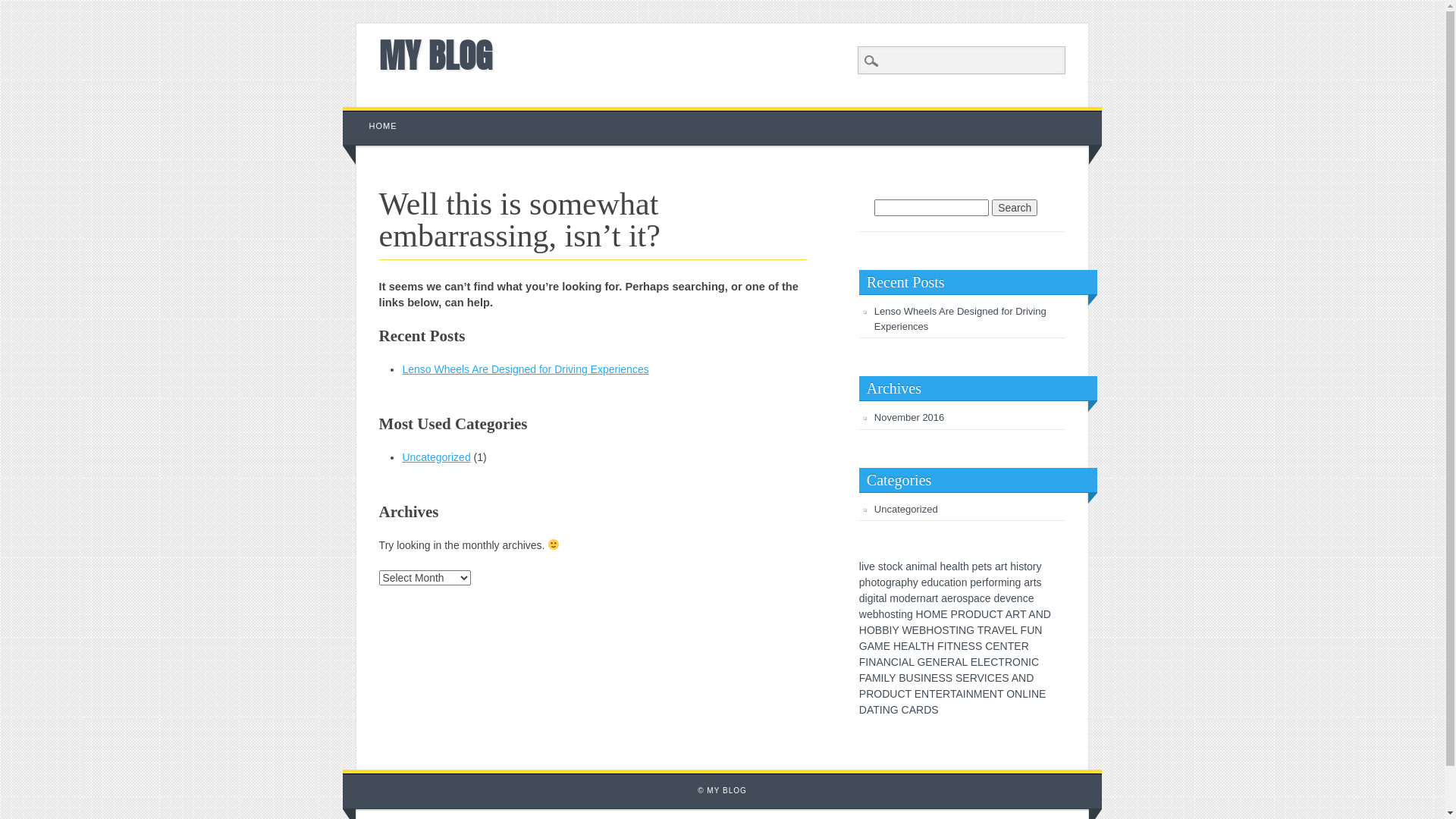  What do you see at coordinates (915, 629) in the screenshot?
I see `'E'` at bounding box center [915, 629].